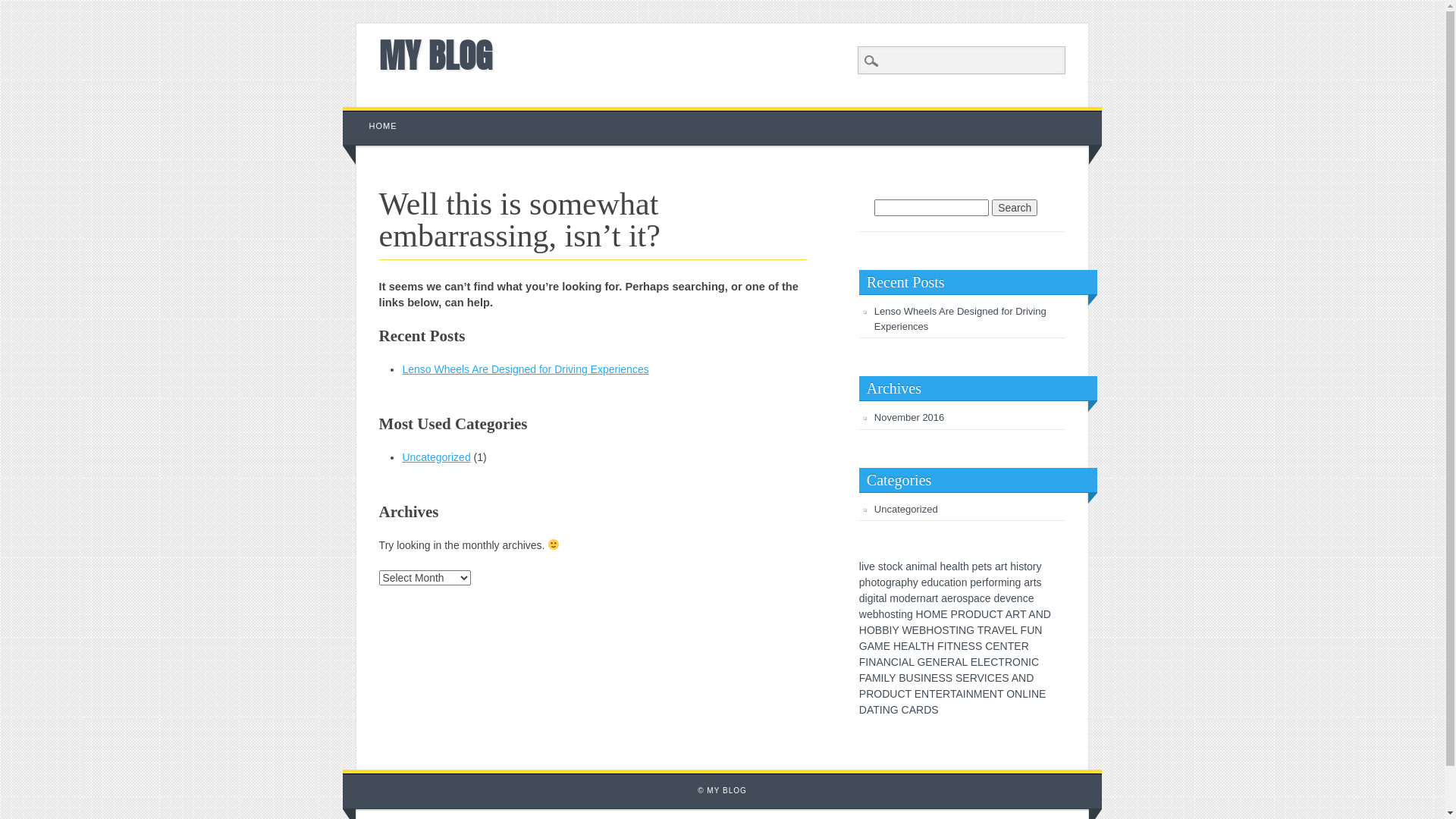  What do you see at coordinates (915, 629) in the screenshot?
I see `'E'` at bounding box center [915, 629].